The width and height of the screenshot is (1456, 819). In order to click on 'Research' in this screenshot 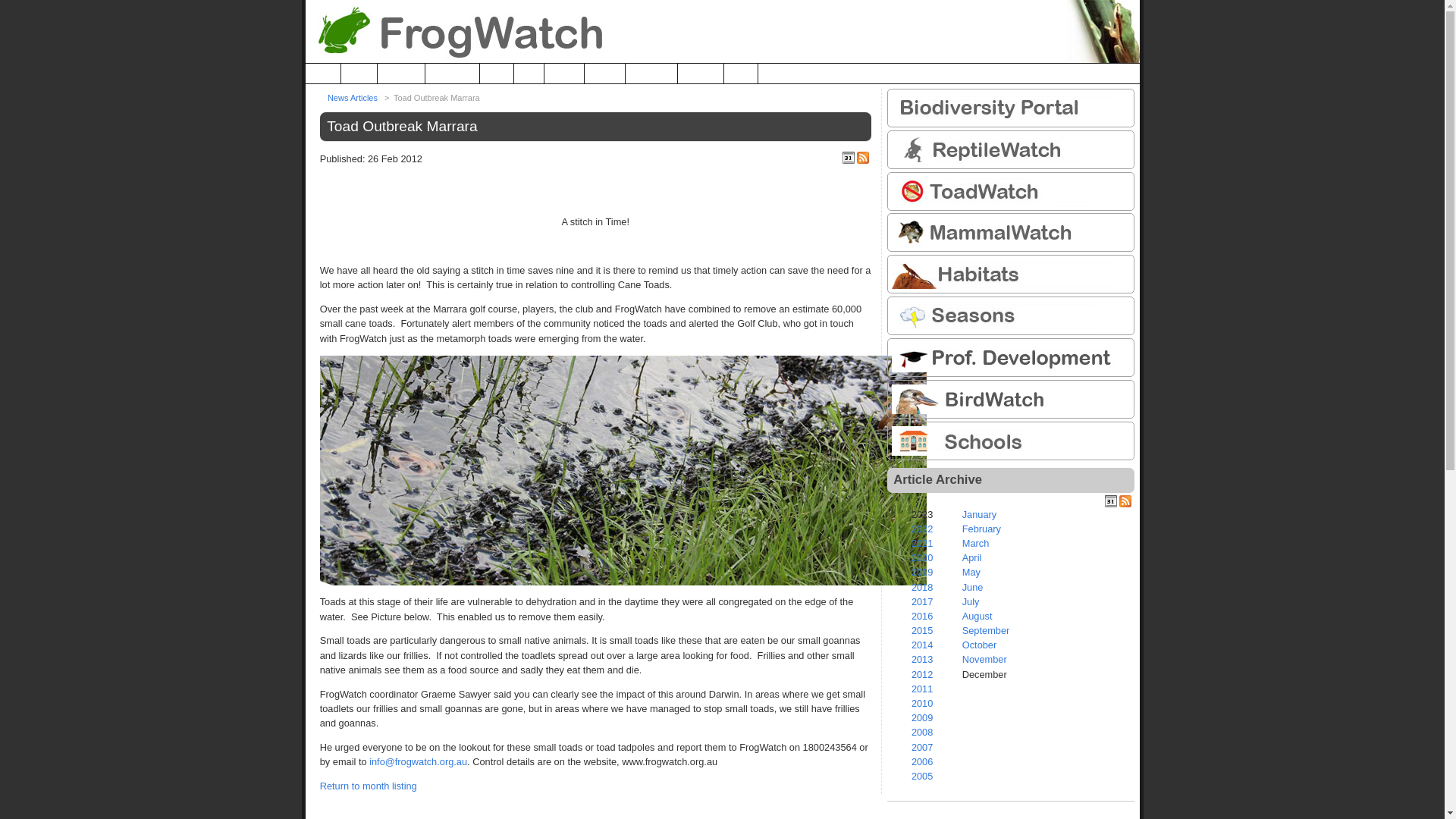, I will do `click(651, 73)`.